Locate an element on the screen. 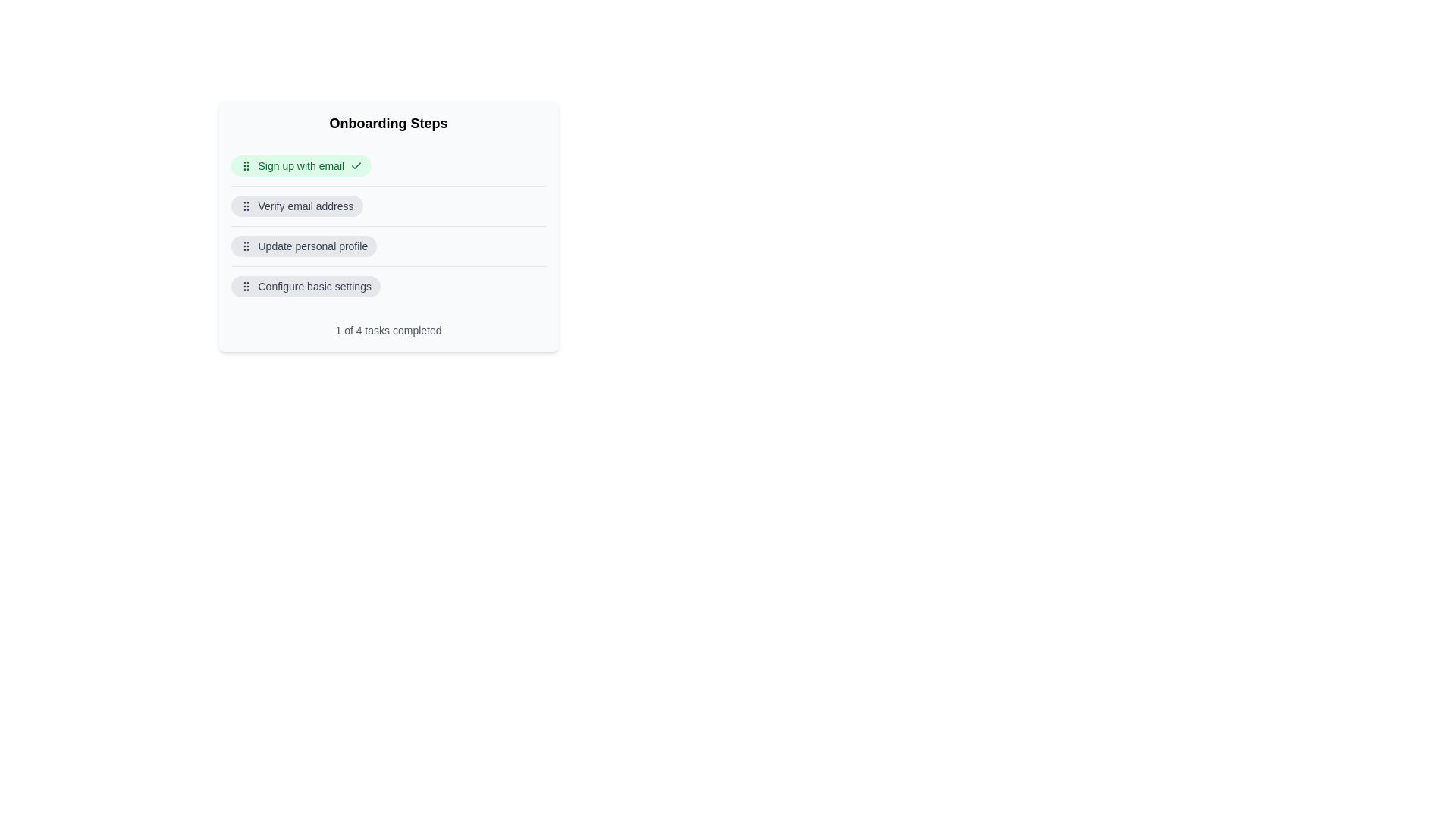  the handle element located is located at coordinates (246, 206).